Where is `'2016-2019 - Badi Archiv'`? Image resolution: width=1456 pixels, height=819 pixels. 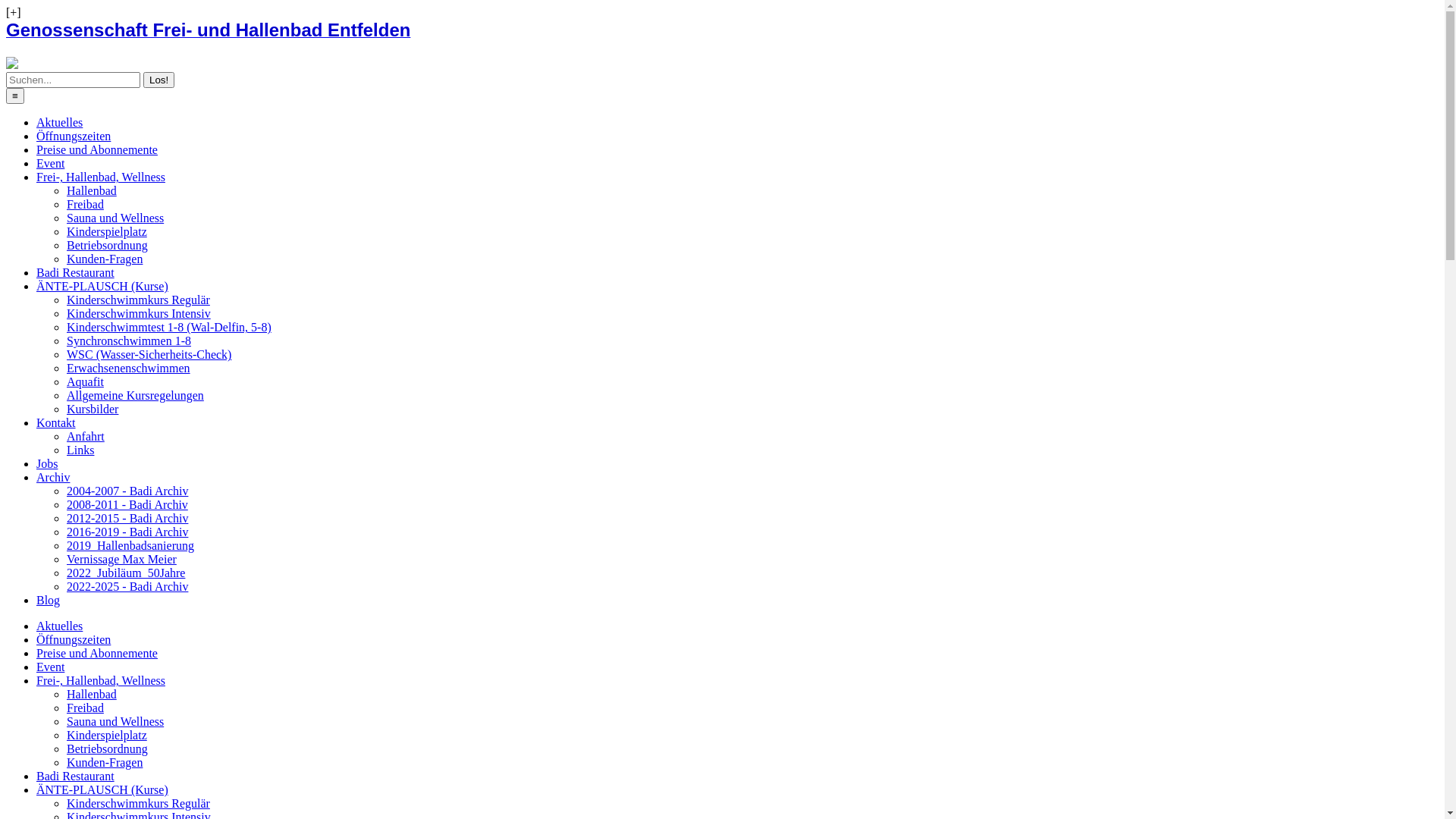
'2016-2019 - Badi Archiv' is located at coordinates (127, 531).